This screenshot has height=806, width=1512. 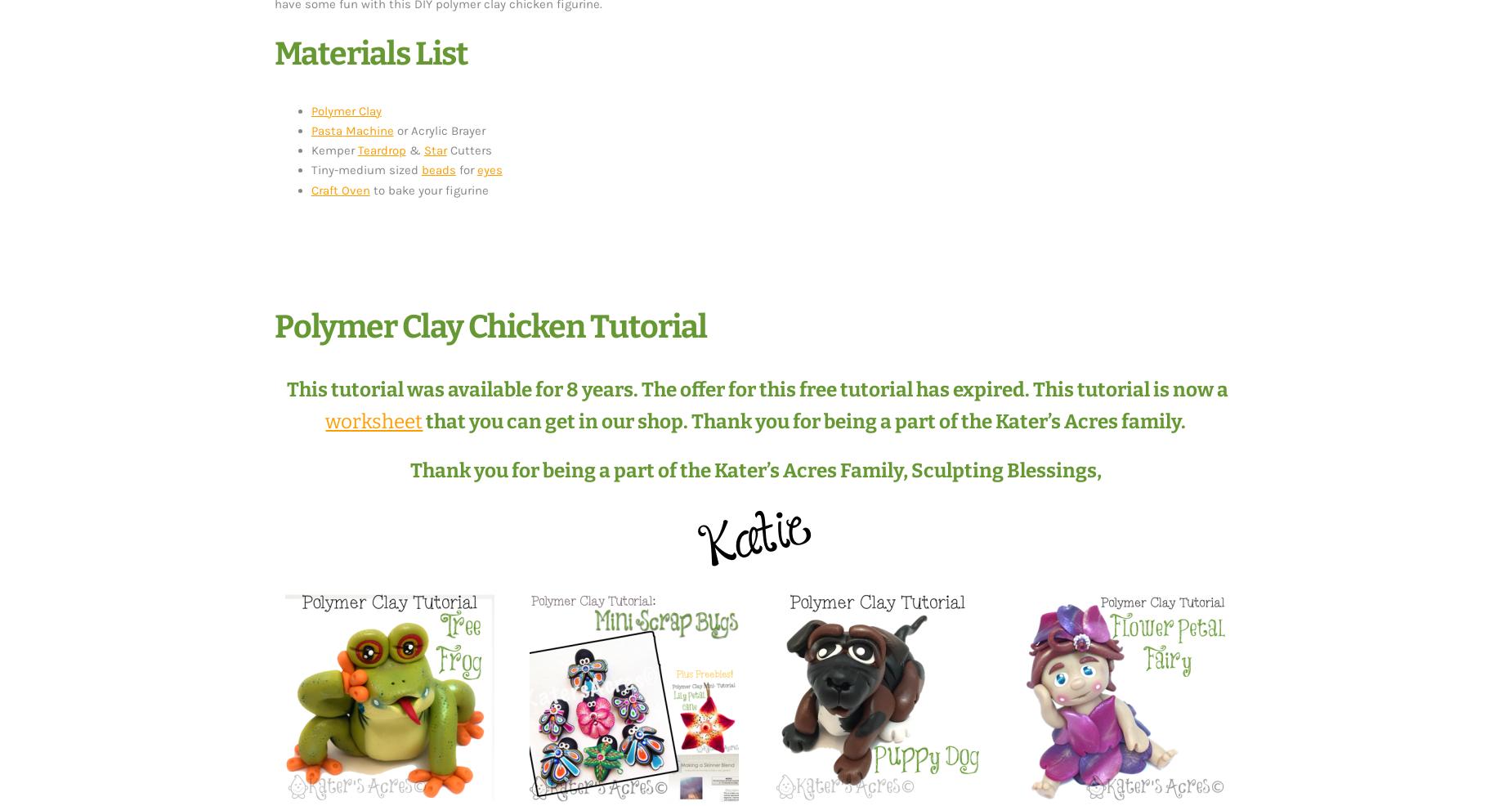 What do you see at coordinates (755, 388) in the screenshot?
I see `'This tutorial was available for 8 years. The offer for this free tutorial has expired. This tutorial is now a'` at bounding box center [755, 388].